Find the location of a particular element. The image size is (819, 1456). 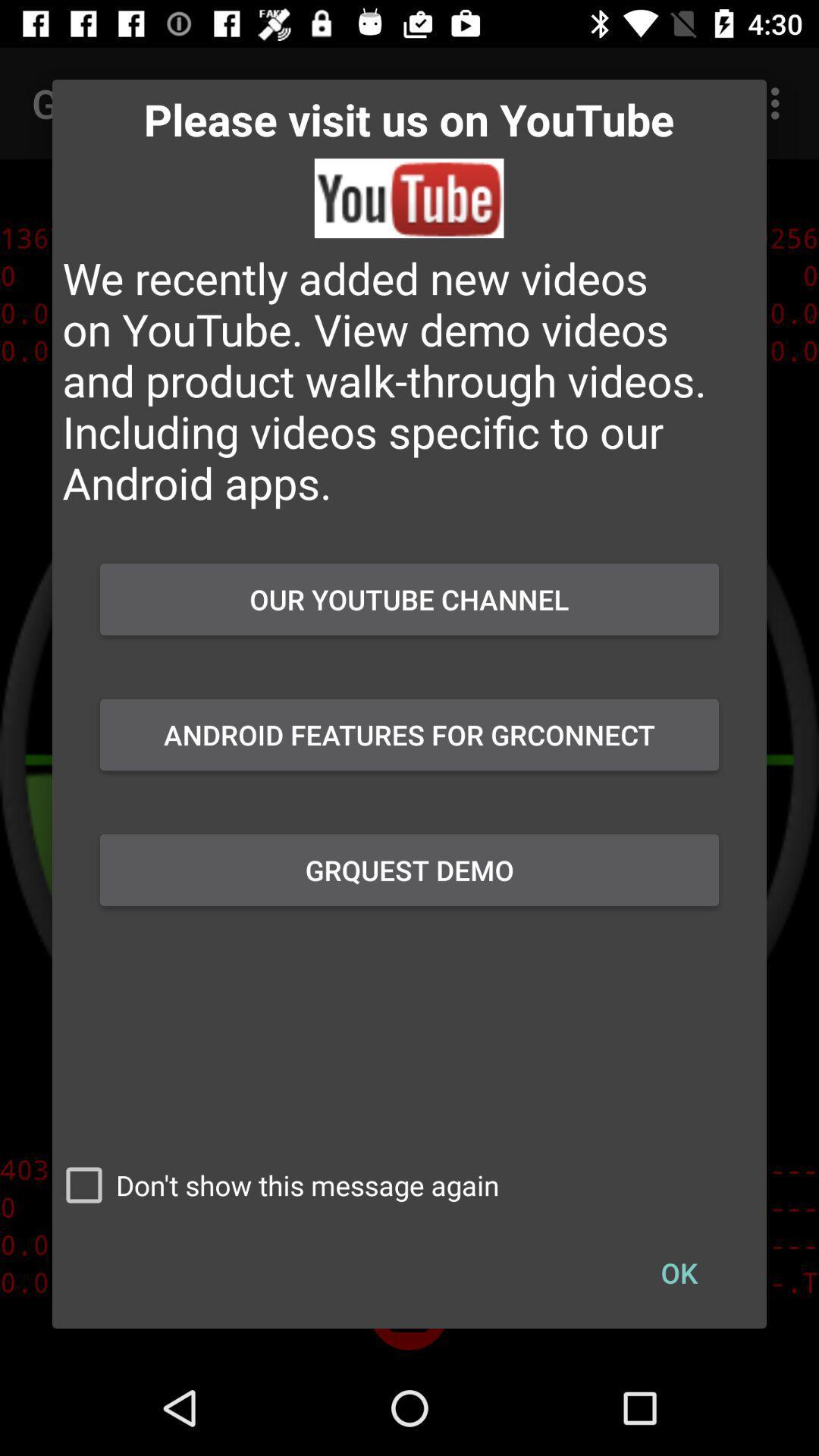

the android features for item is located at coordinates (409, 735).